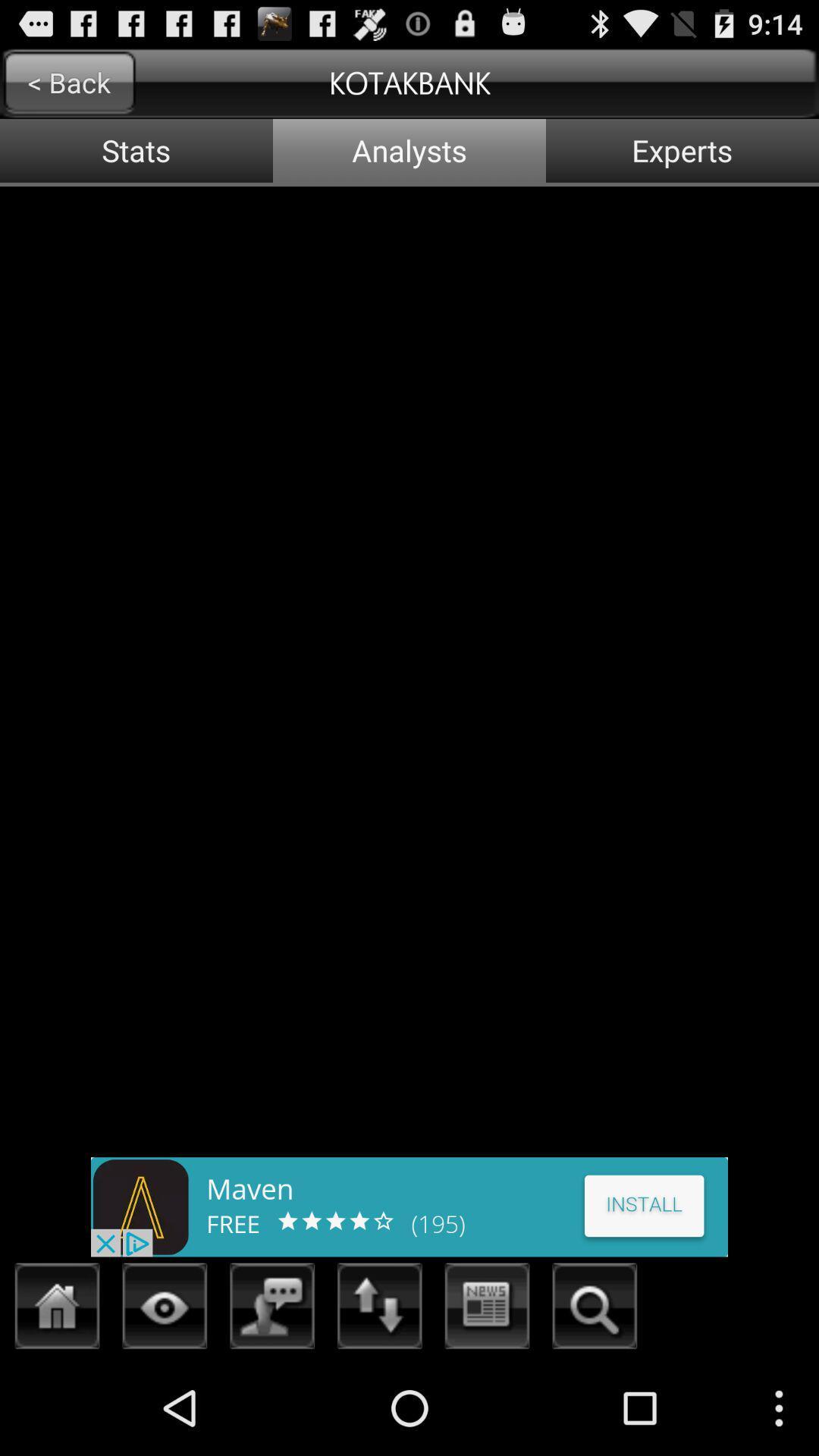 Image resolution: width=819 pixels, height=1456 pixels. Describe the element at coordinates (165, 1401) in the screenshot. I see `the visibility icon` at that location.